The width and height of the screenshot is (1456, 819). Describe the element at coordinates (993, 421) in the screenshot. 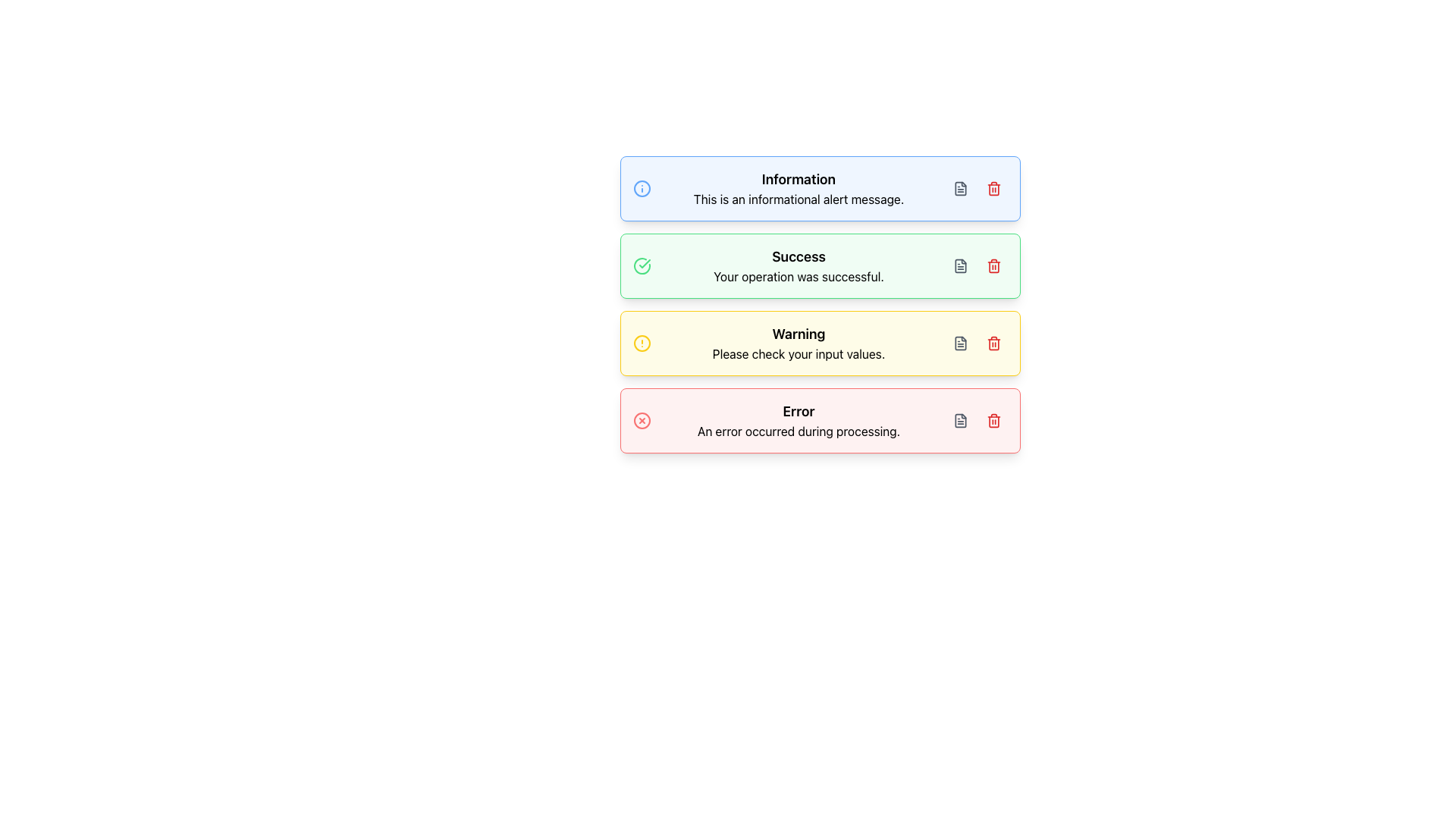

I see `the red trash bin icon located at the right end of the error alert card` at that location.